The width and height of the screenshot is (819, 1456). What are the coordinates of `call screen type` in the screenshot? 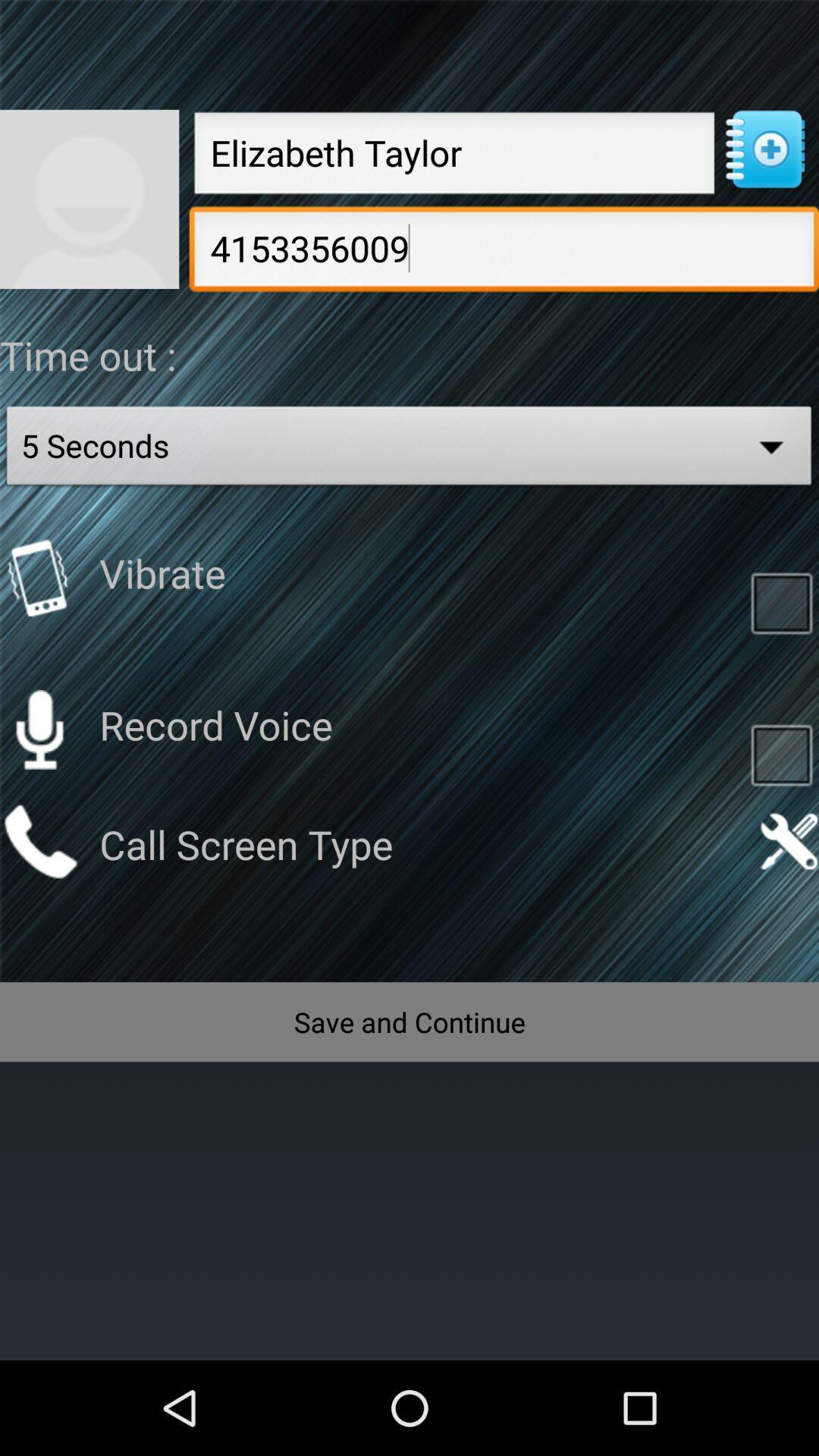 It's located at (39, 840).